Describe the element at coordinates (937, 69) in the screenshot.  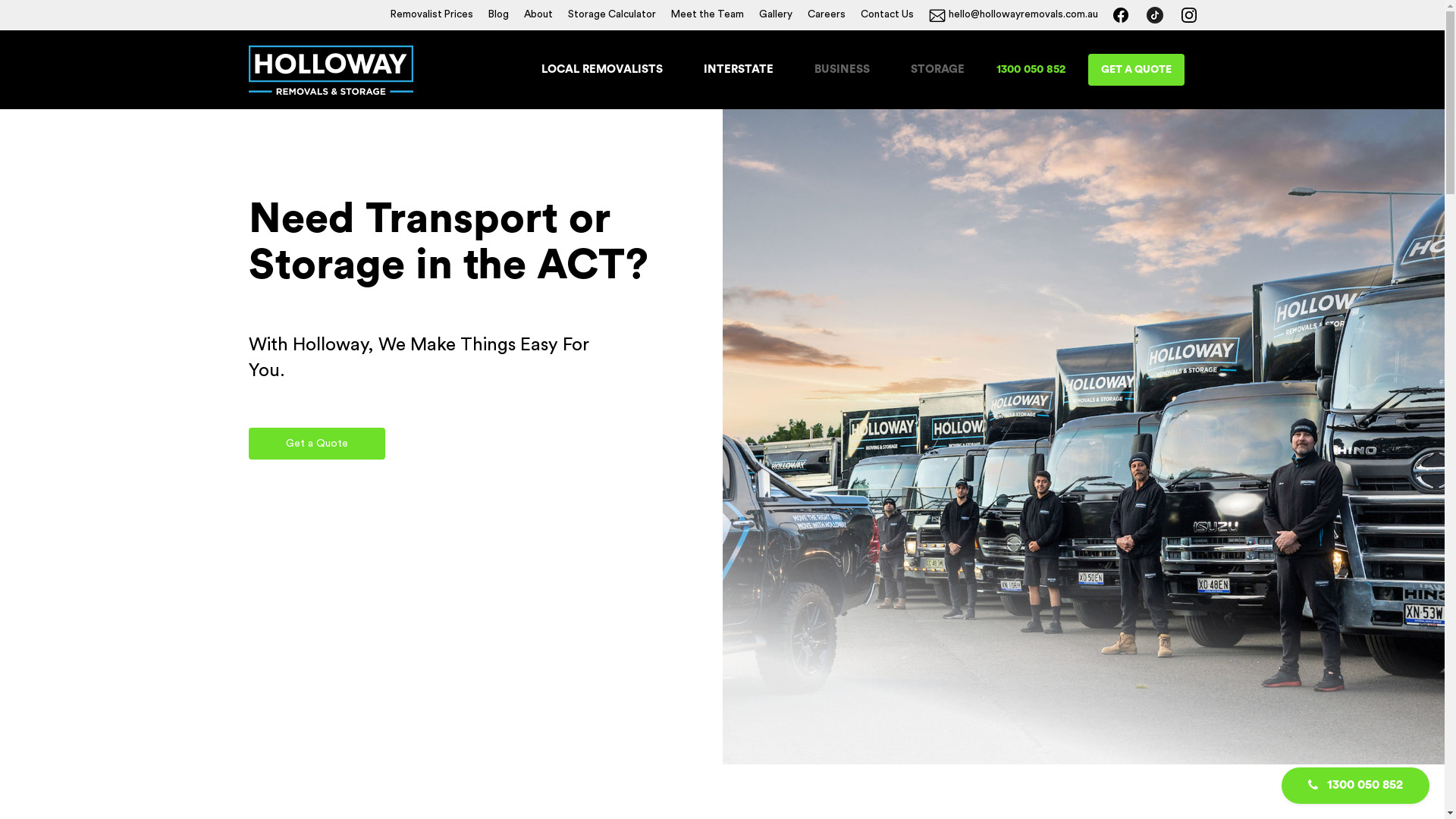
I see `'STORAGE'` at that location.